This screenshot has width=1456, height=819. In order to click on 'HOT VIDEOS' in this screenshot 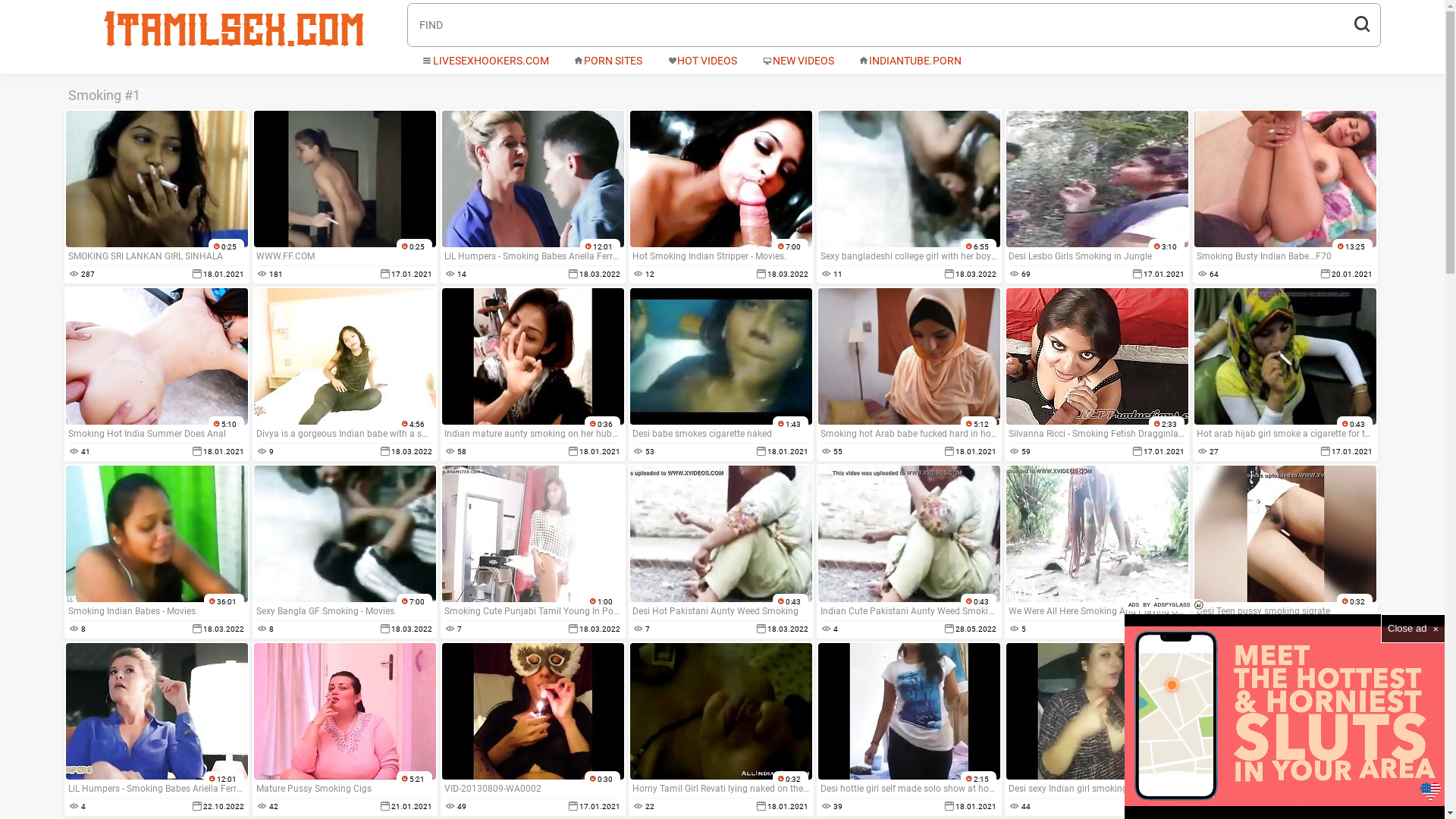, I will do `click(701, 61)`.